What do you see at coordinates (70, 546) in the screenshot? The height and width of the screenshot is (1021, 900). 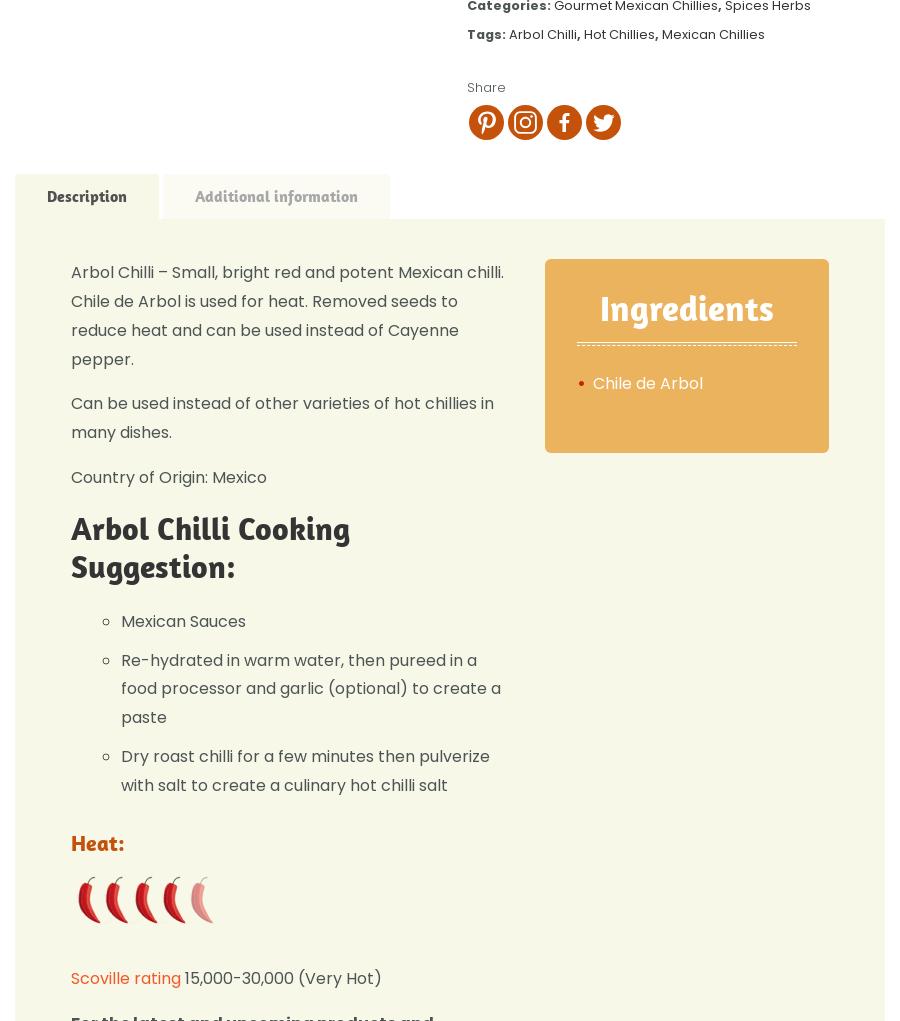 I see `'Arbol Chilli Cooking Suggestion:'` at bounding box center [70, 546].